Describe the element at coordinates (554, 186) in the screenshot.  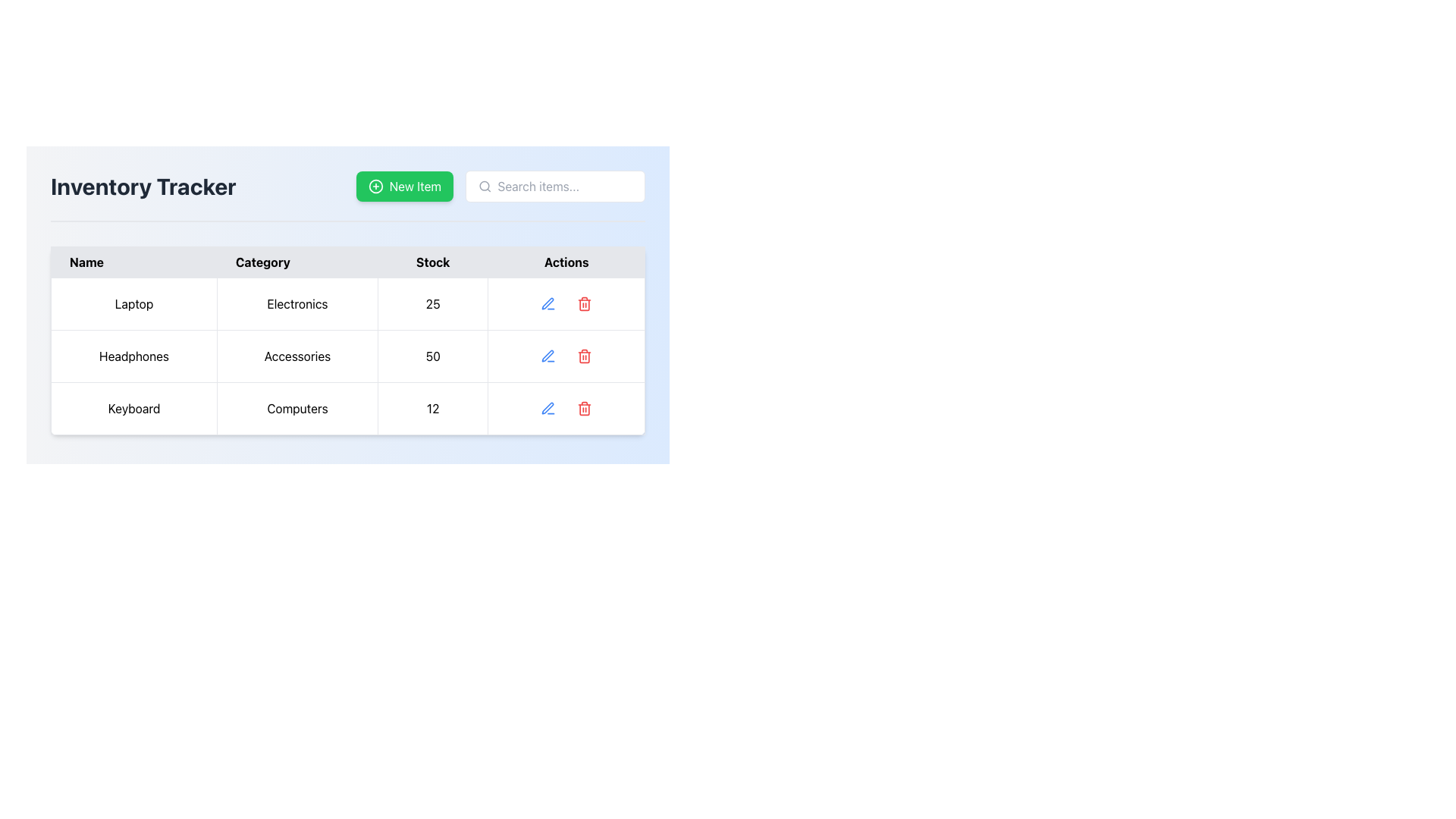
I see `the text input area located to the right of the green button labeled 'New Item' in the header section to focus and type` at that location.